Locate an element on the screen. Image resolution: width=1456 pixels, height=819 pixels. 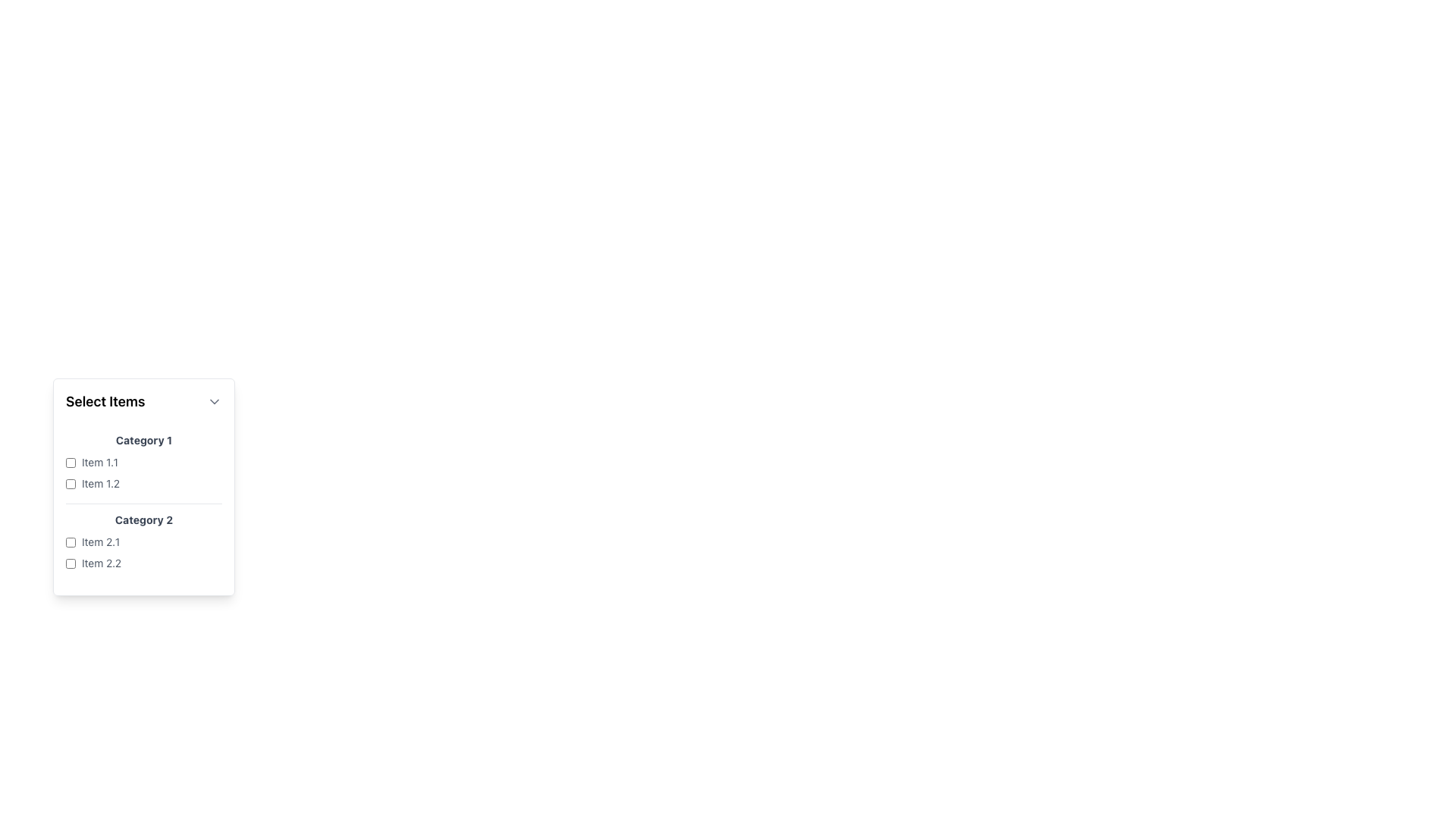
the labeled checkbox under 'Category 2' is located at coordinates (144, 541).